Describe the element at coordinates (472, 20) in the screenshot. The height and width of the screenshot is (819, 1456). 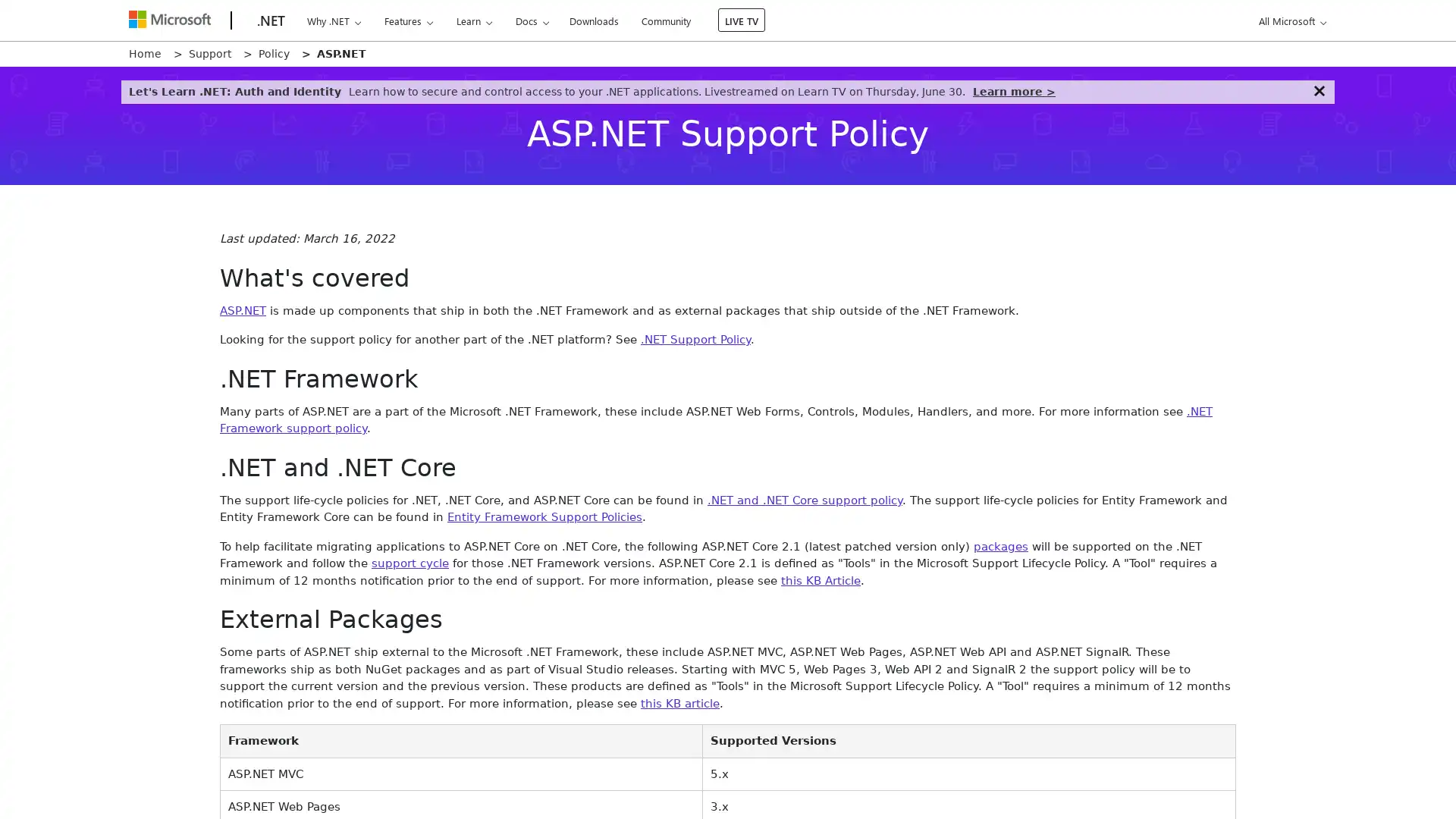
I see `Learn` at that location.